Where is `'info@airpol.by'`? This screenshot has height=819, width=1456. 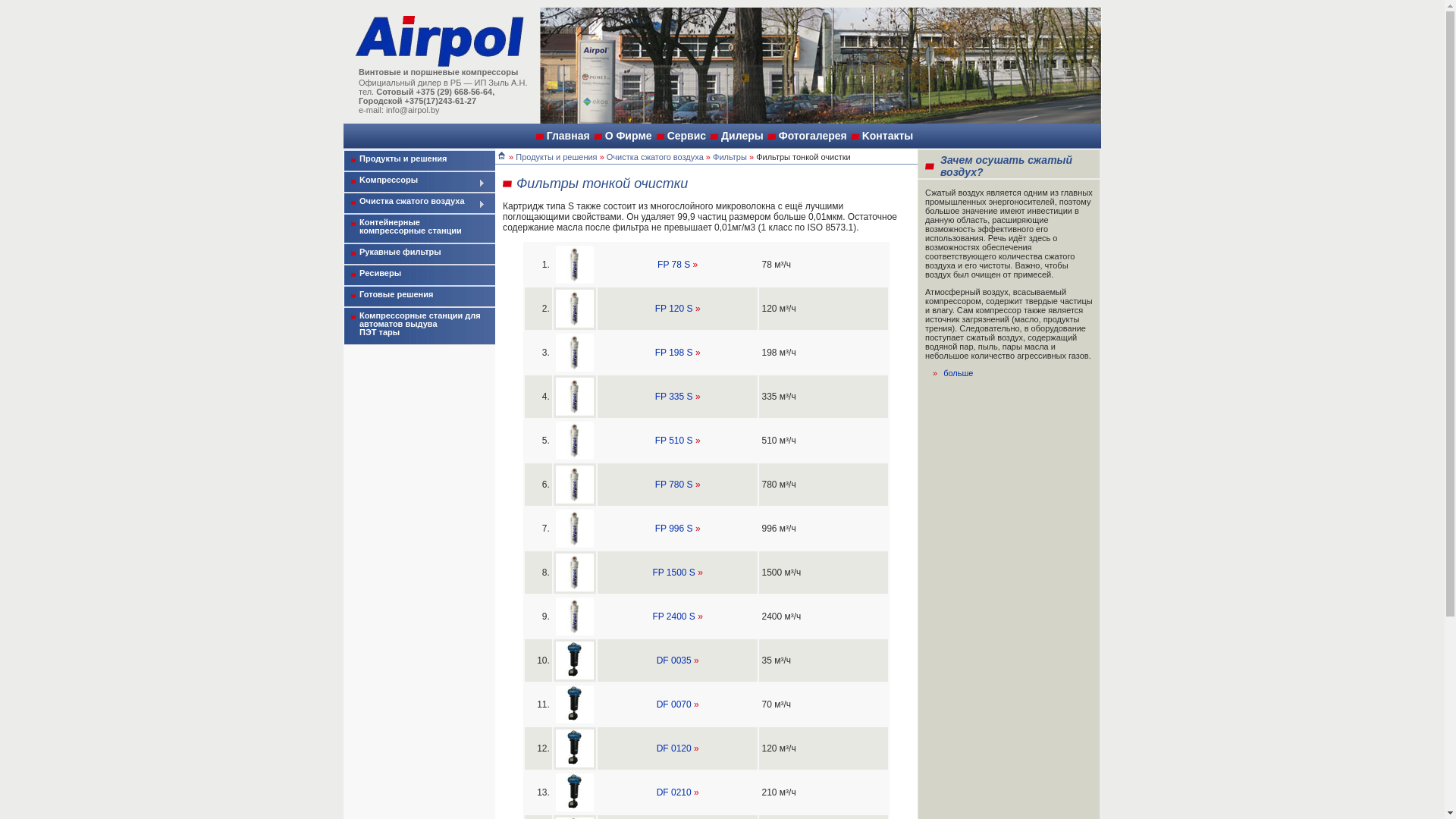
'info@airpol.by' is located at coordinates (385, 109).